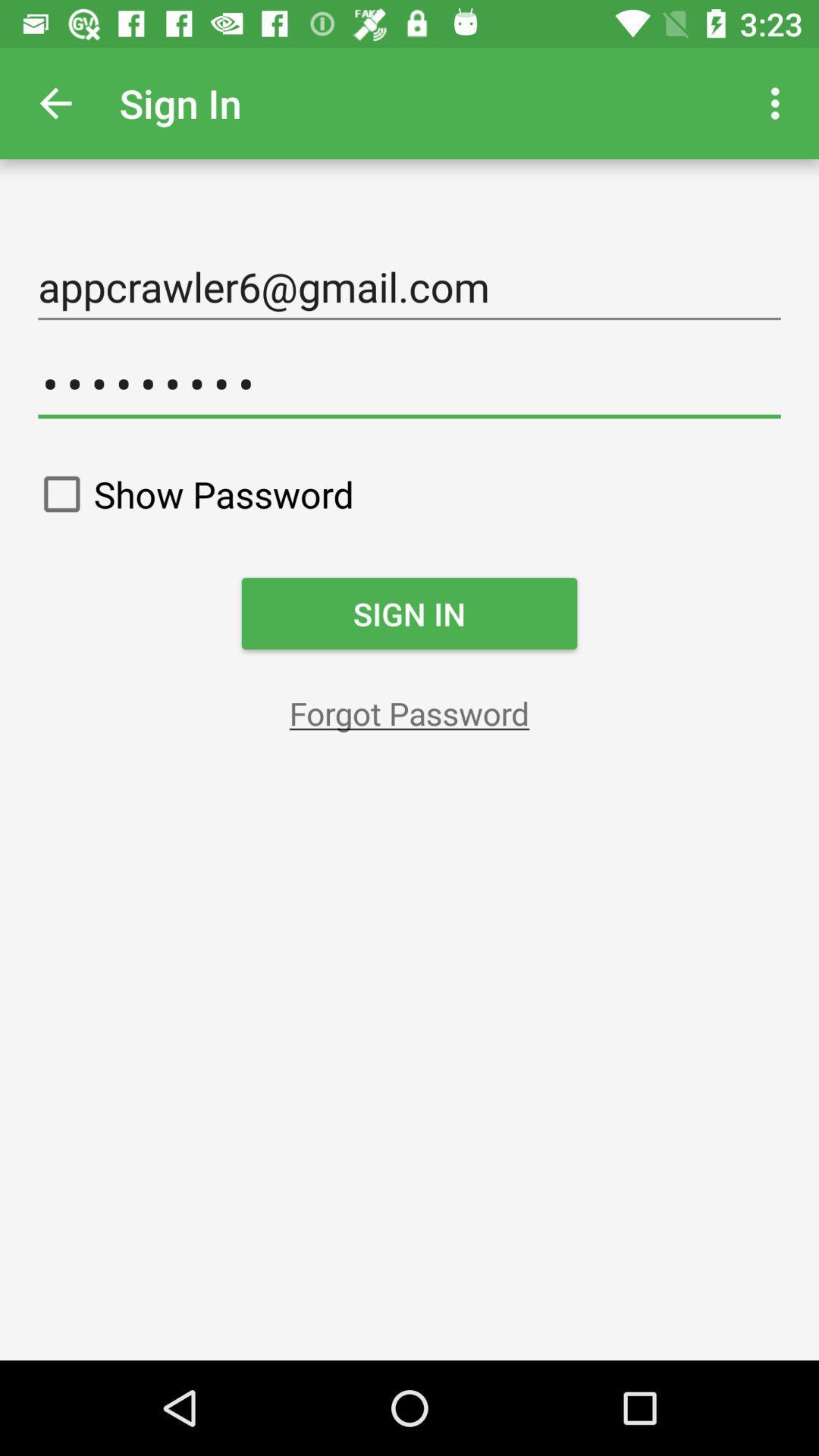 The width and height of the screenshot is (819, 1456). Describe the element at coordinates (409, 287) in the screenshot. I see `appcrawler6@gmail.com icon` at that location.